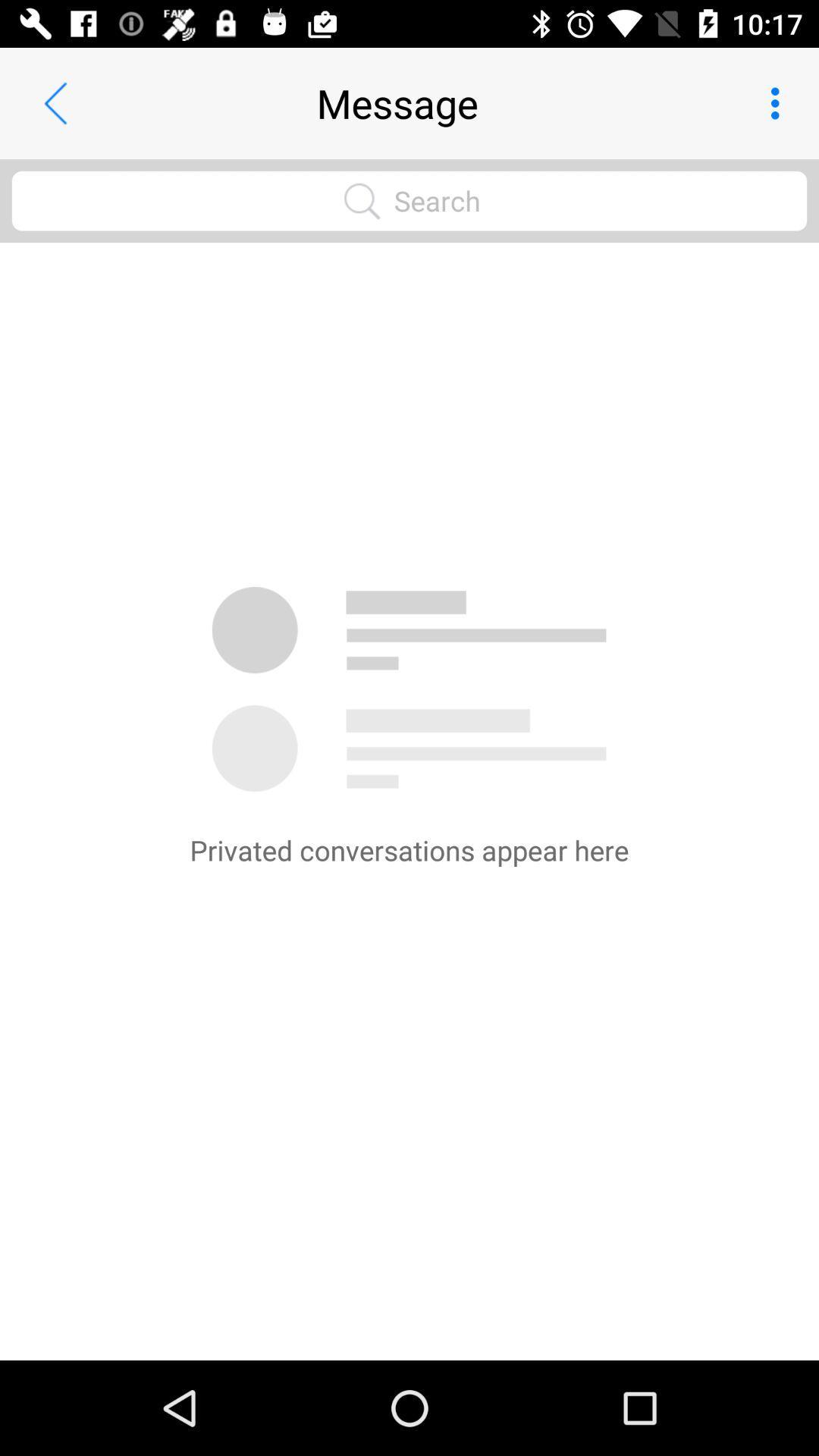 This screenshot has width=819, height=1456. Describe the element at coordinates (779, 102) in the screenshot. I see `icon next to the message app` at that location.